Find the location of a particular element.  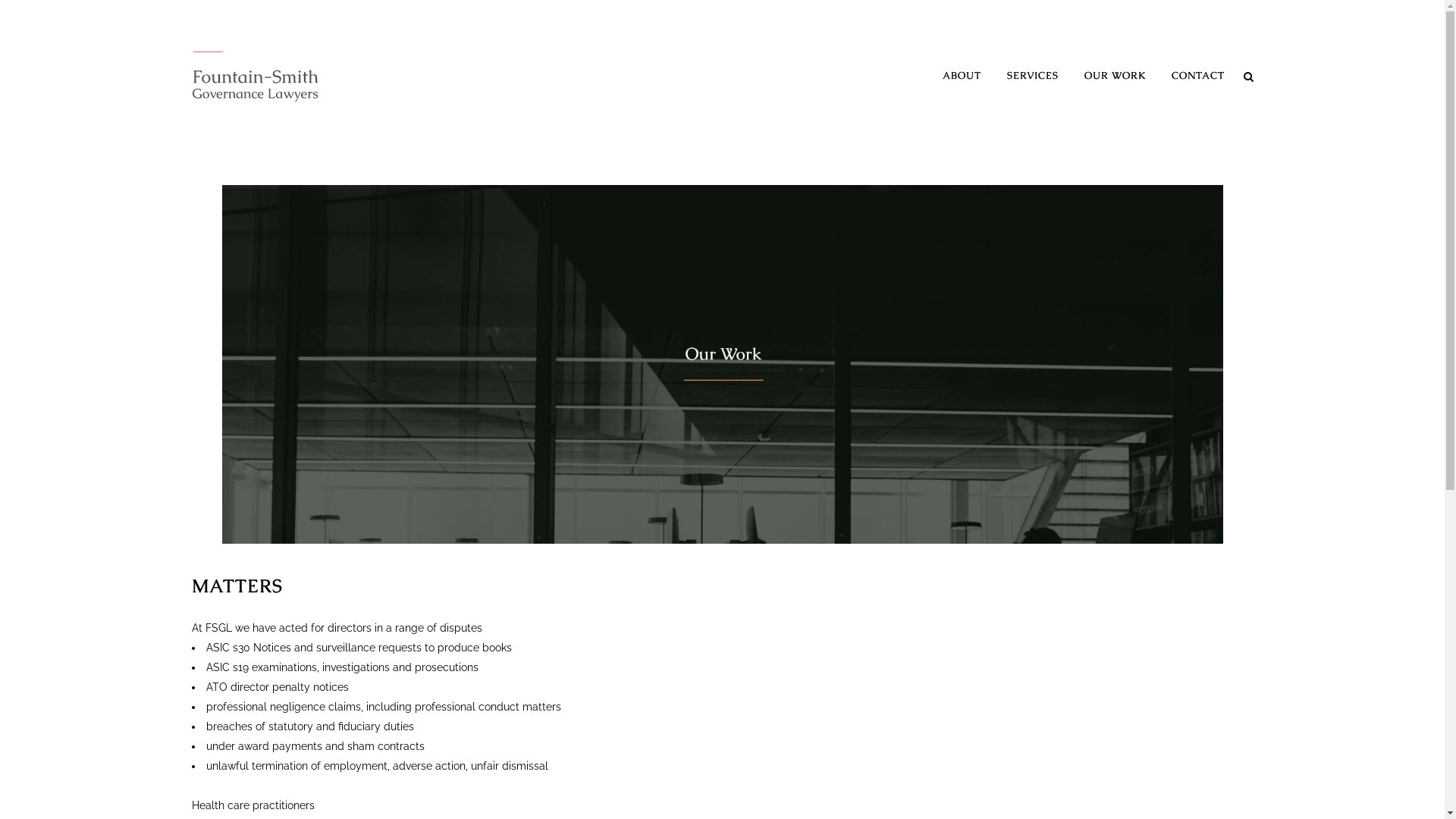

'SERVICES' is located at coordinates (1031, 76).